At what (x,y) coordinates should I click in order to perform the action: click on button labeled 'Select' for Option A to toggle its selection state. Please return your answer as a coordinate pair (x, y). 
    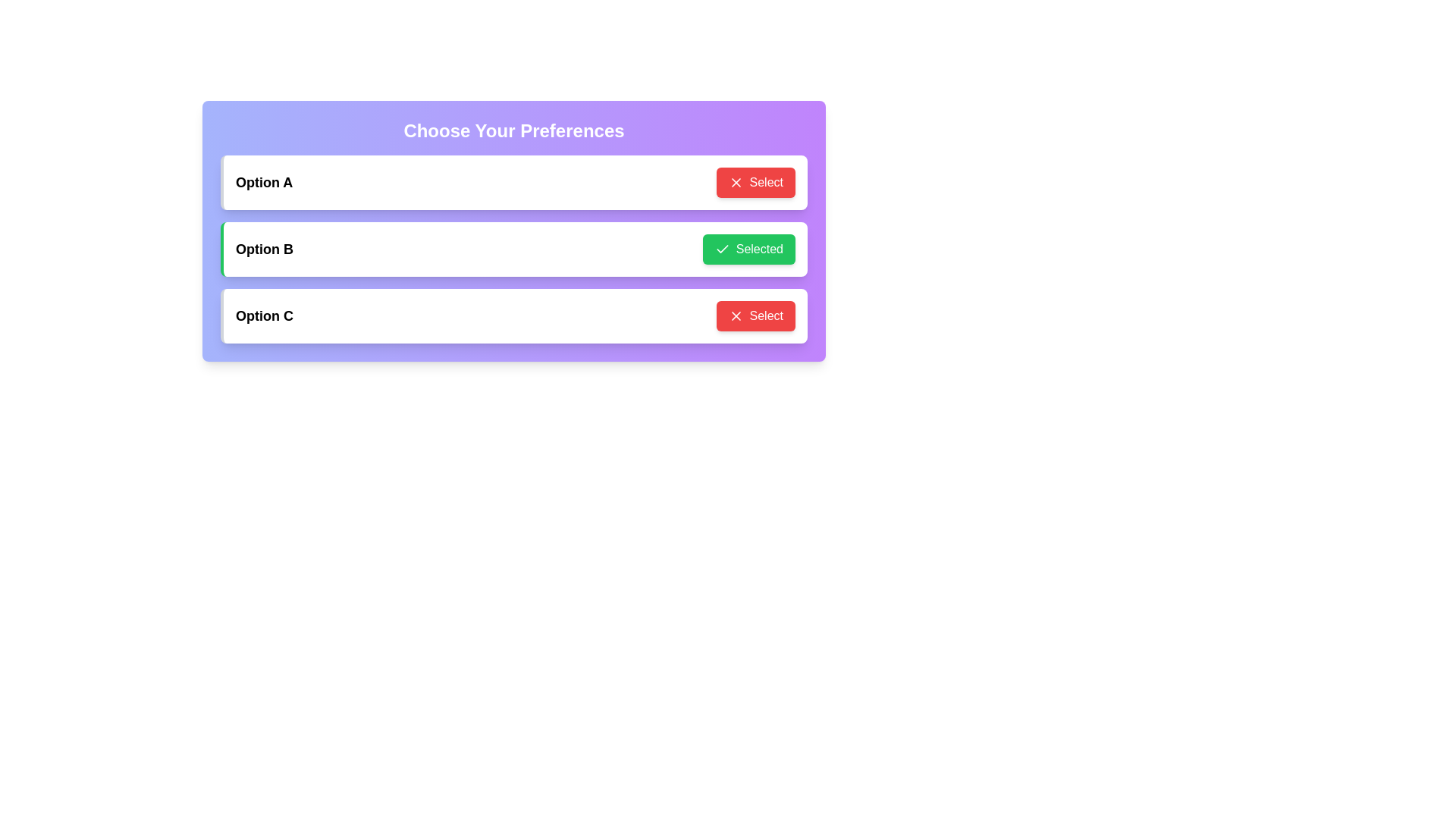
    Looking at the image, I should click on (755, 181).